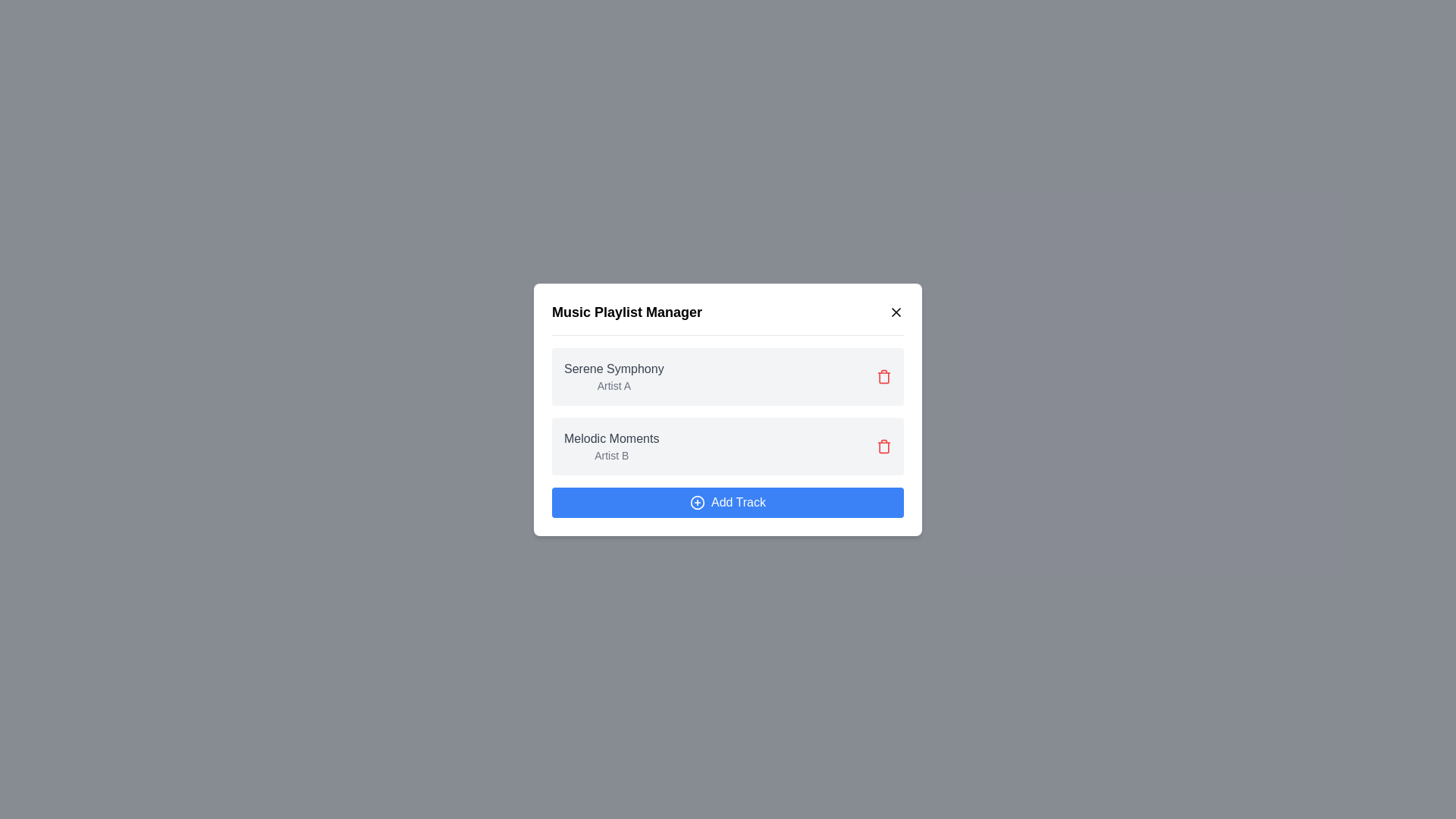 The image size is (1456, 819). I want to click on the icon button in the upper-right corner of the track entry labeled 'Serene Symphony', so click(884, 375).